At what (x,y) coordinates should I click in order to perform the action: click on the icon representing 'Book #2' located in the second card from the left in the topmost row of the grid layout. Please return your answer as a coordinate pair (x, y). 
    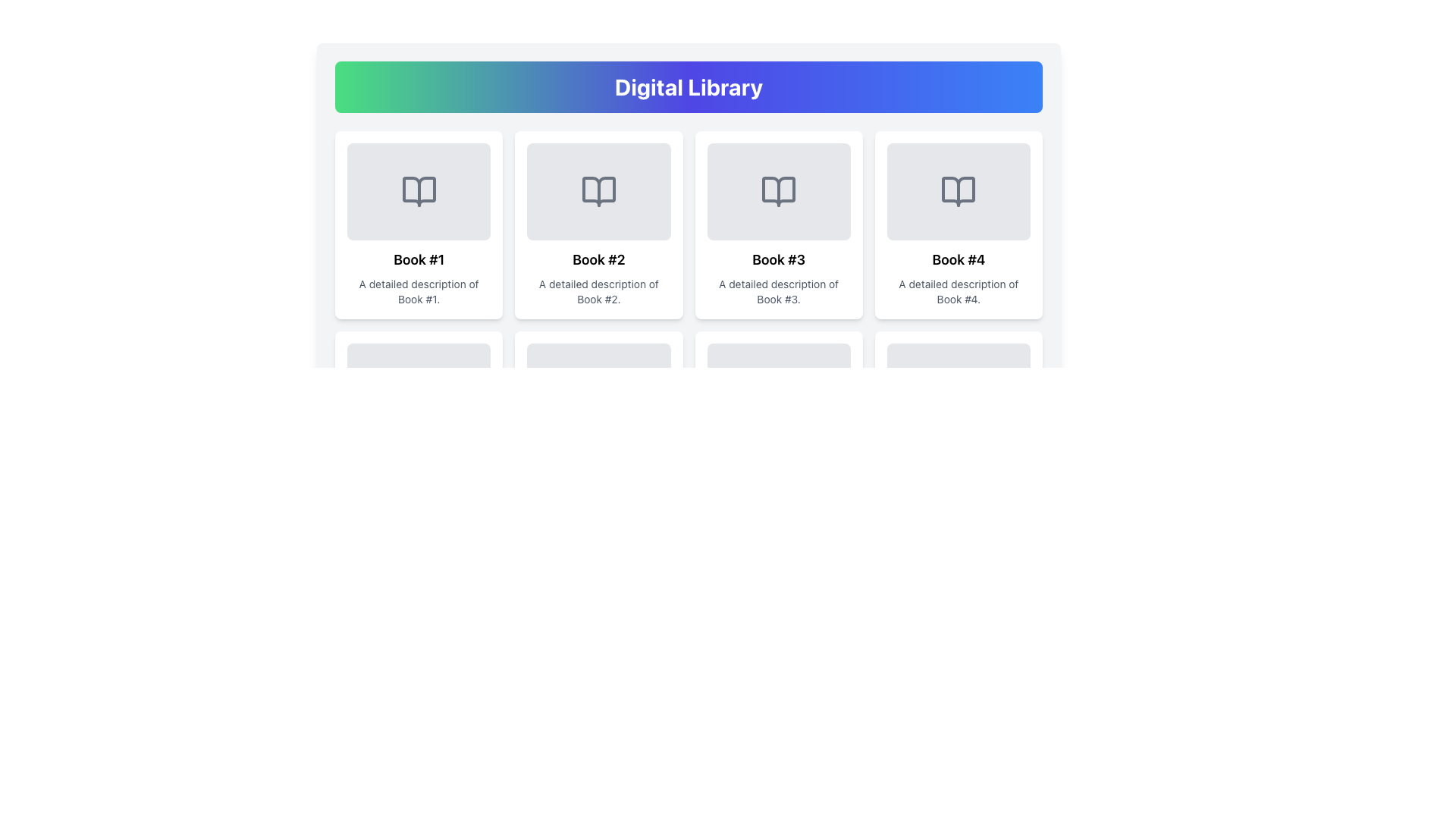
    Looking at the image, I should click on (598, 191).